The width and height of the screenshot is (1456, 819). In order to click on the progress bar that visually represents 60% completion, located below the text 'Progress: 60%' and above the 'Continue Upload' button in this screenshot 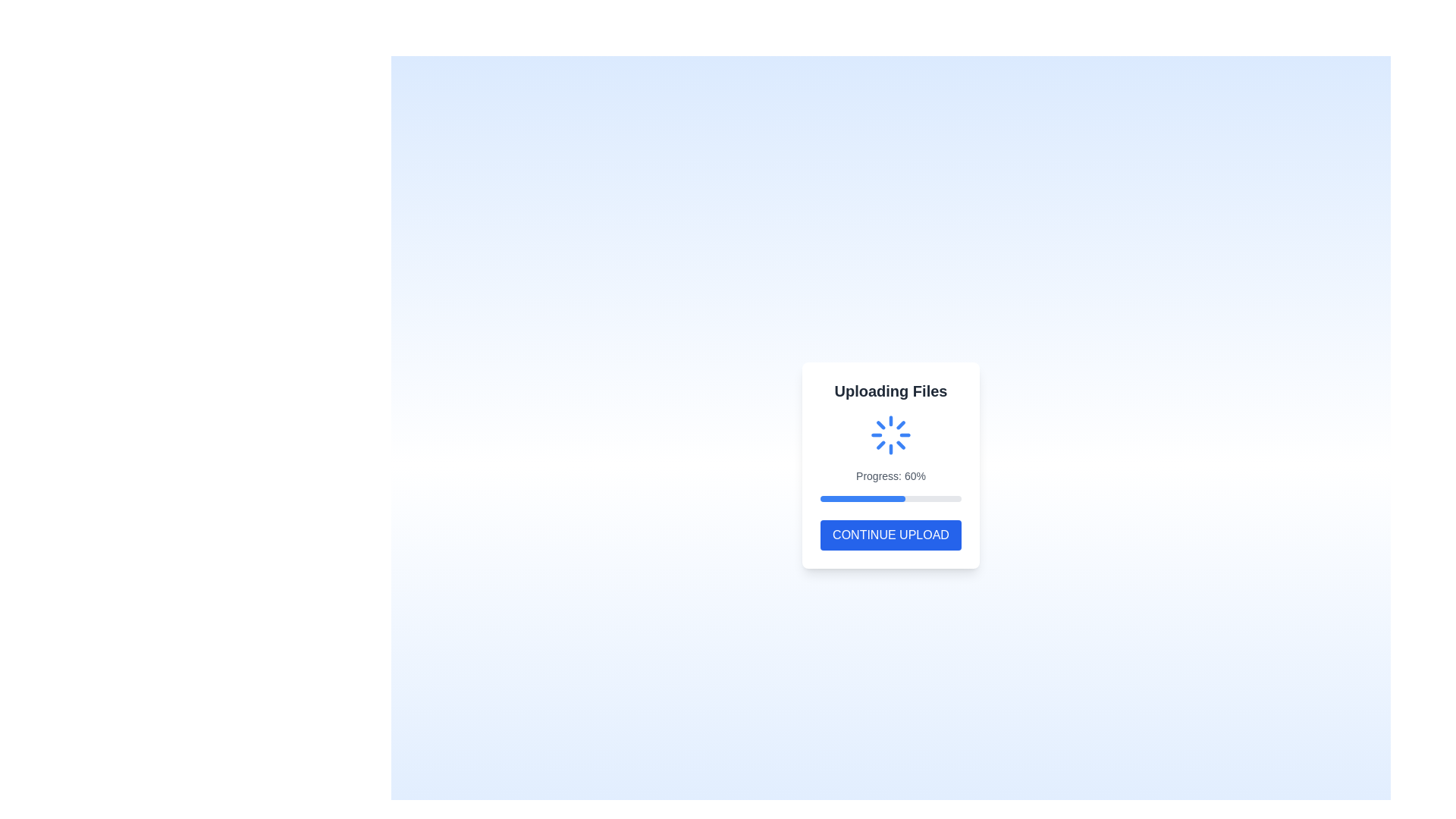, I will do `click(891, 499)`.